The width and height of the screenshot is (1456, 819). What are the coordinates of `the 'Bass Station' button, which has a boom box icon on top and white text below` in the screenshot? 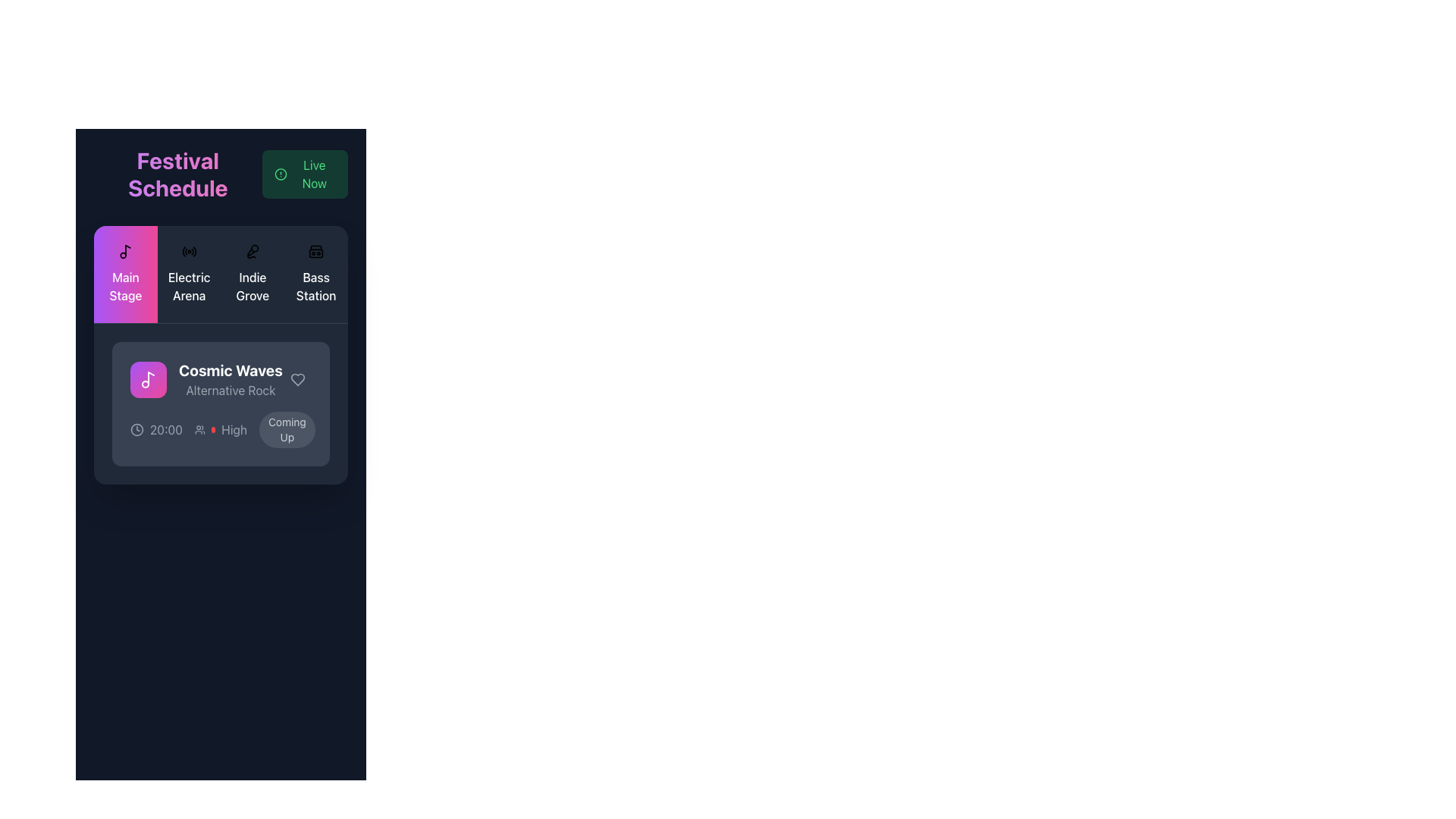 It's located at (315, 275).